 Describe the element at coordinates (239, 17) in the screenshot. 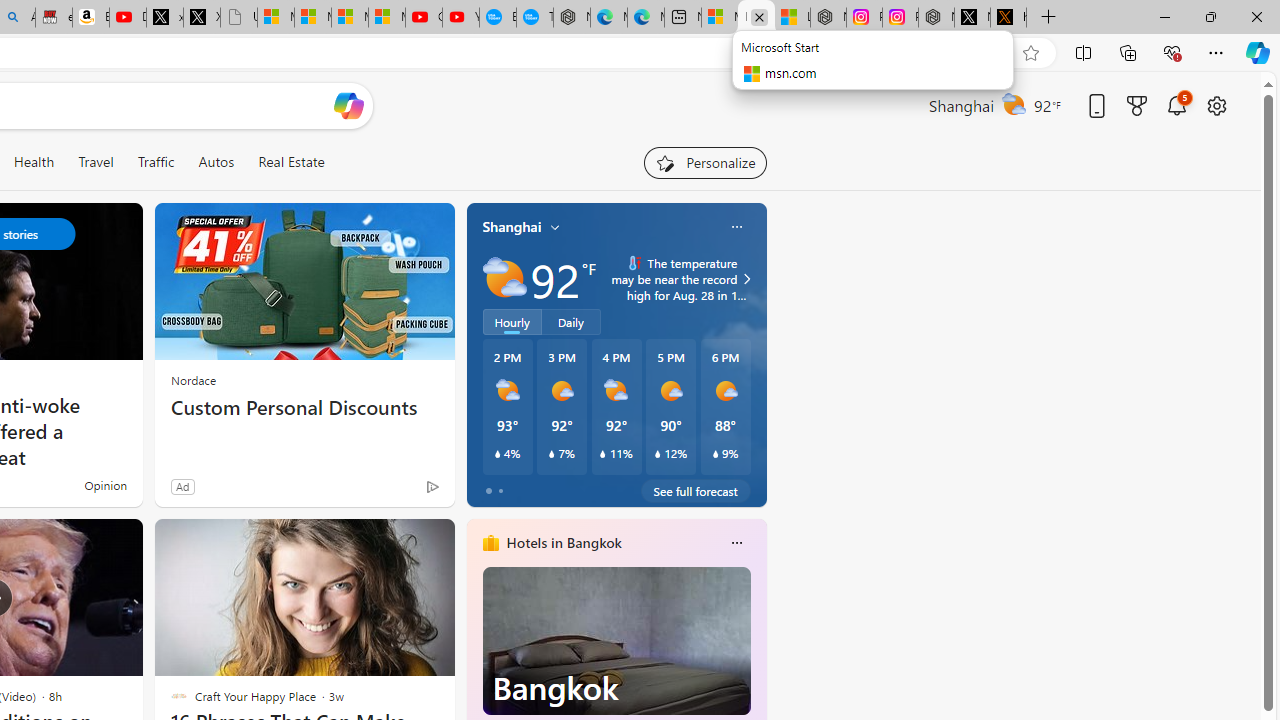

I see `'Untitled'` at that location.